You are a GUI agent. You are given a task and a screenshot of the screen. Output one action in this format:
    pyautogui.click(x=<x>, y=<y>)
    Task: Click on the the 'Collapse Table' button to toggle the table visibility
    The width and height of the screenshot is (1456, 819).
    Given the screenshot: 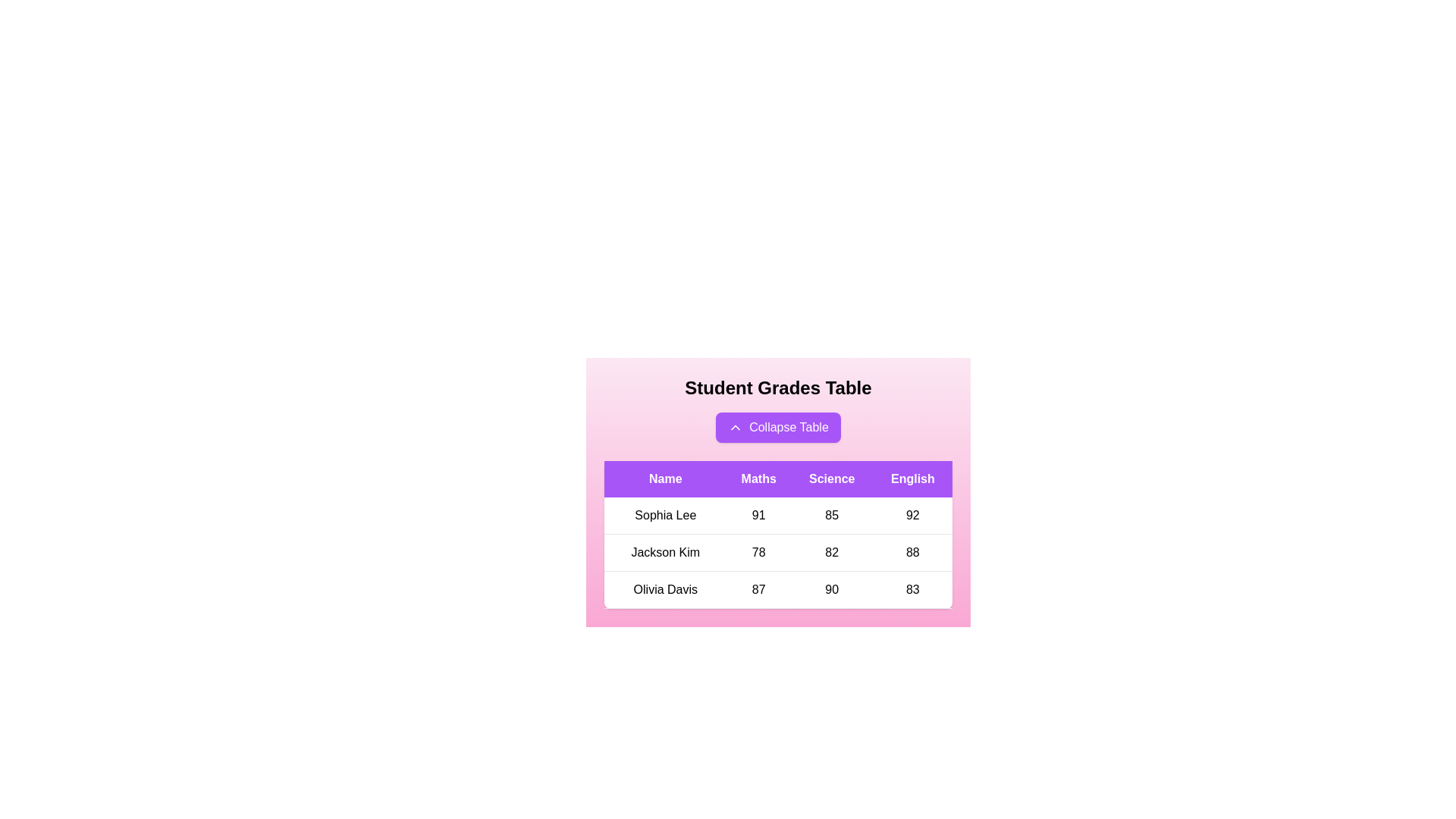 What is the action you would take?
    pyautogui.click(x=778, y=427)
    